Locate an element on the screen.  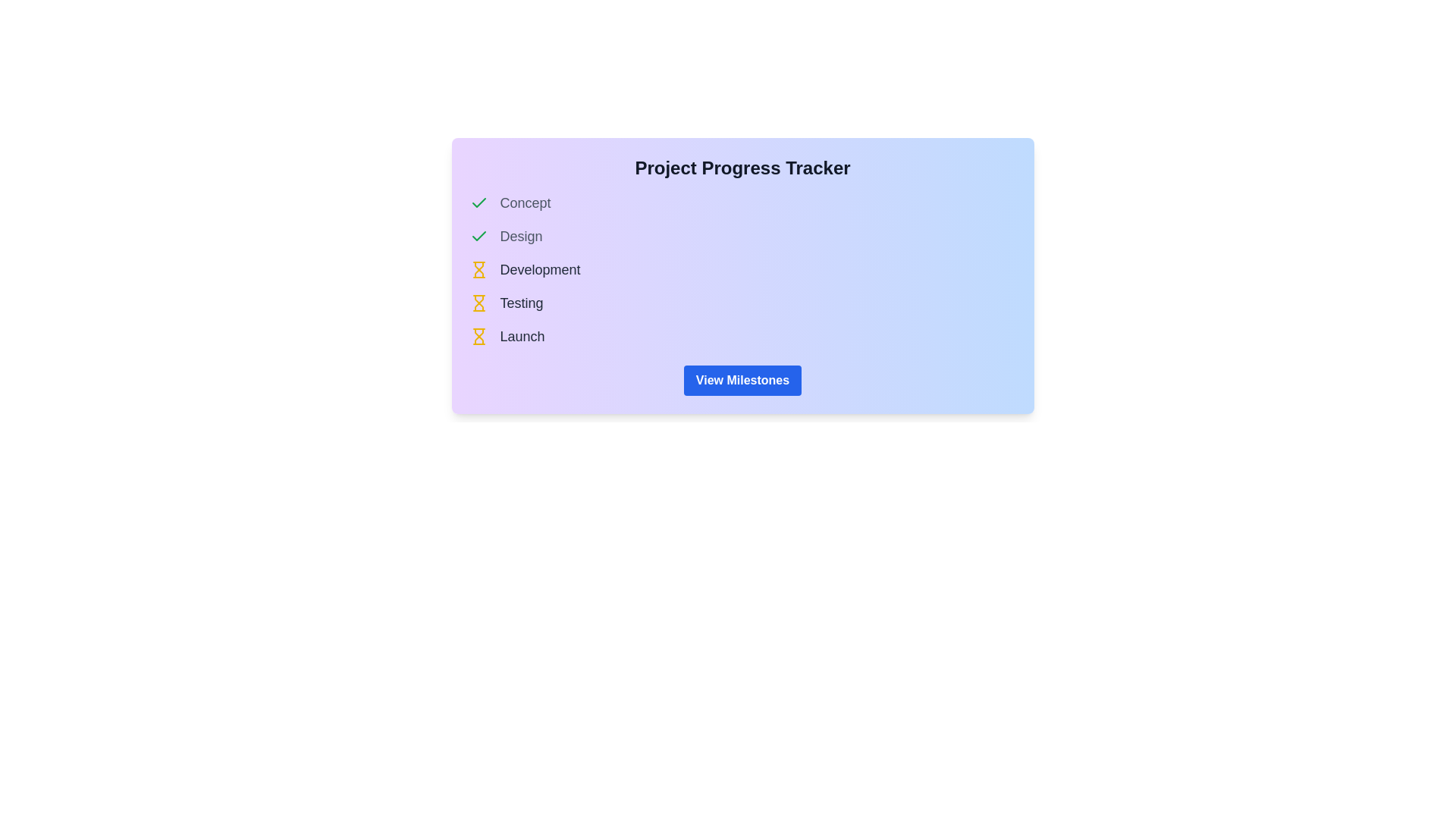
the text label that denotes a milestone or stage in the process tracker, located at the left side of the interface near the top of the progress list, positioned immediately to the right of a green checkmark icon is located at coordinates (525, 202).